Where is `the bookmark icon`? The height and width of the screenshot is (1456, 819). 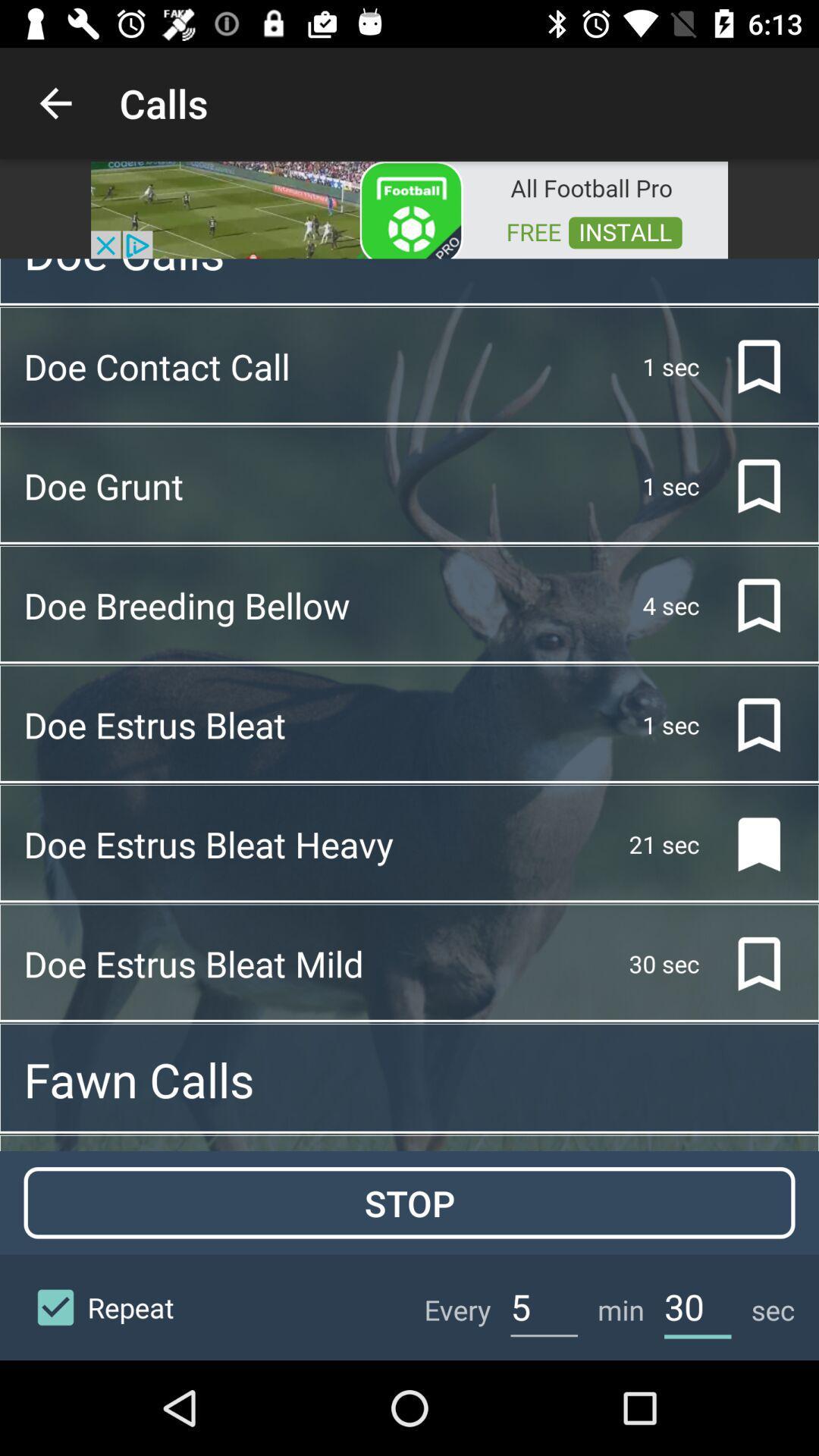
the bookmark icon is located at coordinates (746, 843).